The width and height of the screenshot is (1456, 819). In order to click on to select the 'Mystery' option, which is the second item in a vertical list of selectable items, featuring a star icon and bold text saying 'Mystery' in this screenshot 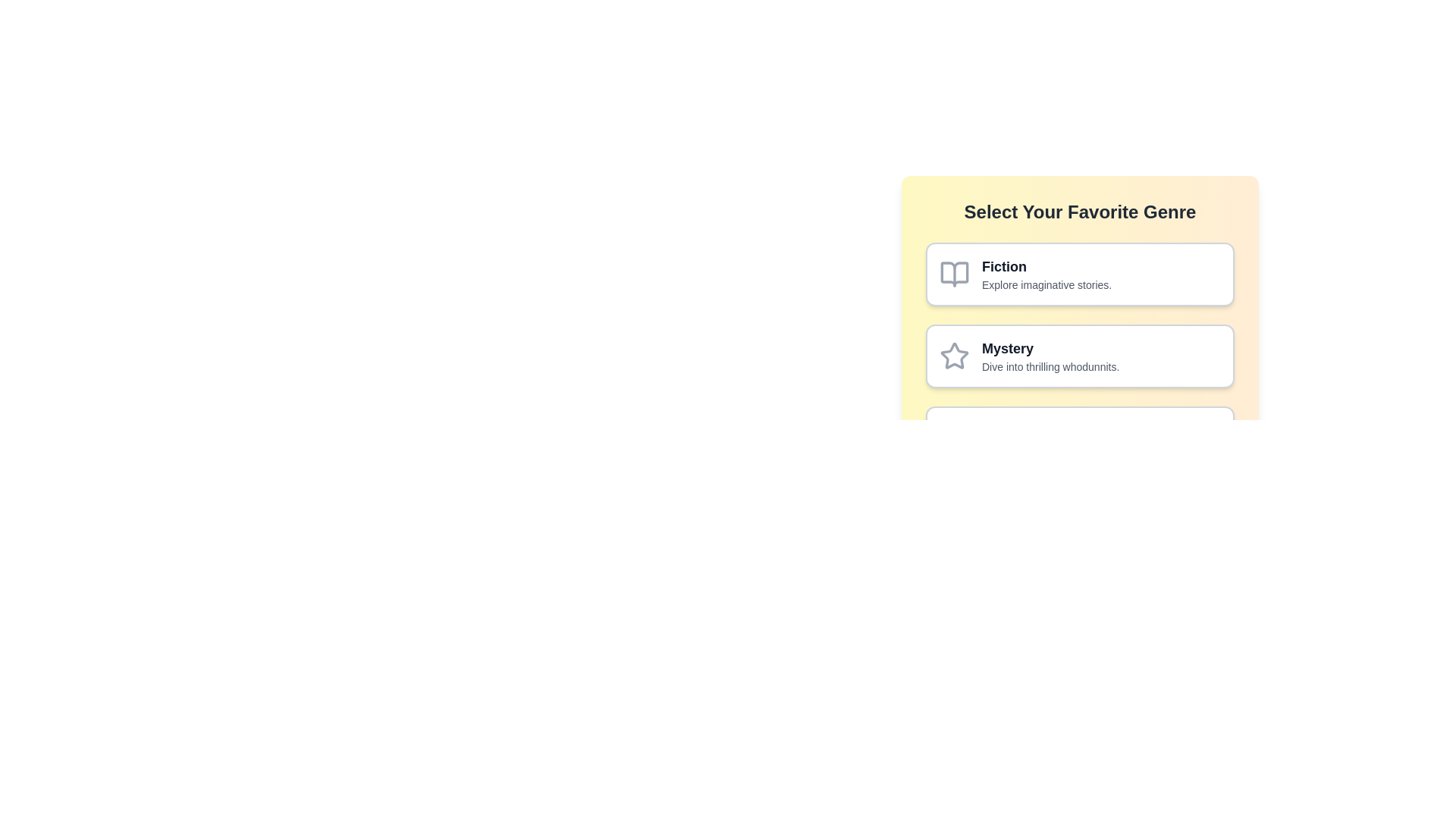, I will do `click(1079, 356)`.